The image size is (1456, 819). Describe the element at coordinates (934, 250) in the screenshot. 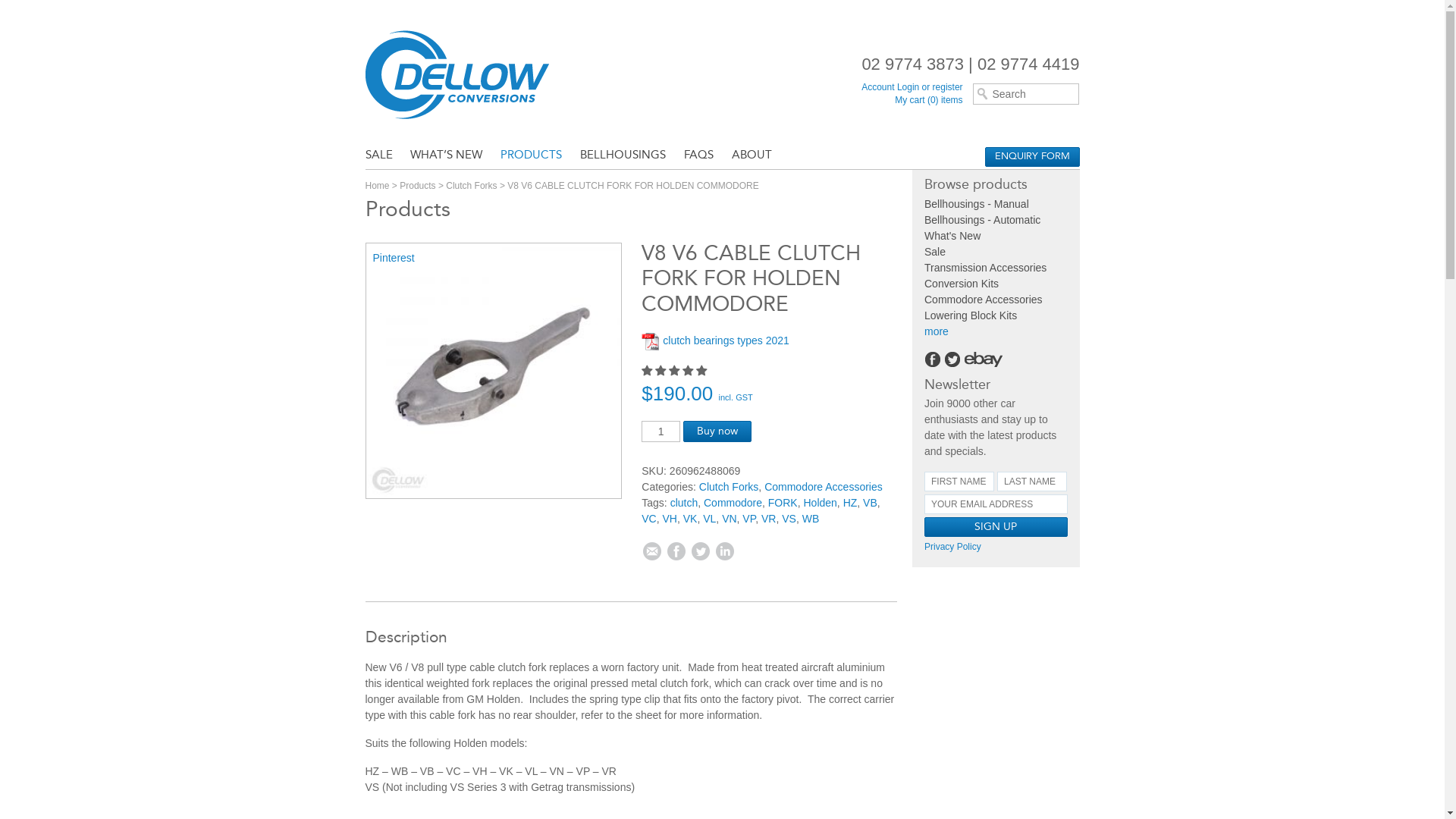

I see `'Sale'` at that location.